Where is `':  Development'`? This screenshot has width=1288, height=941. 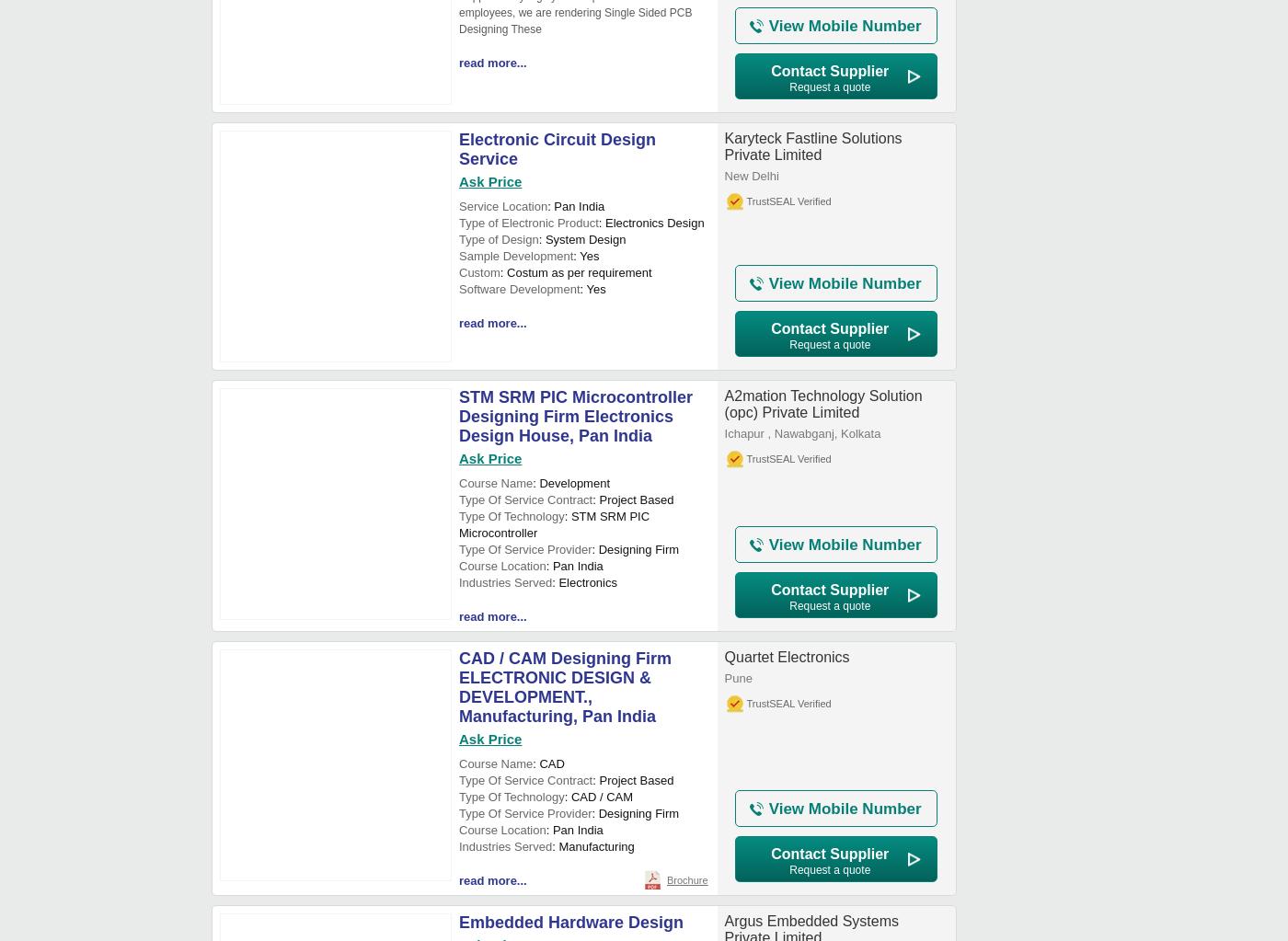
':  Development' is located at coordinates (571, 482).